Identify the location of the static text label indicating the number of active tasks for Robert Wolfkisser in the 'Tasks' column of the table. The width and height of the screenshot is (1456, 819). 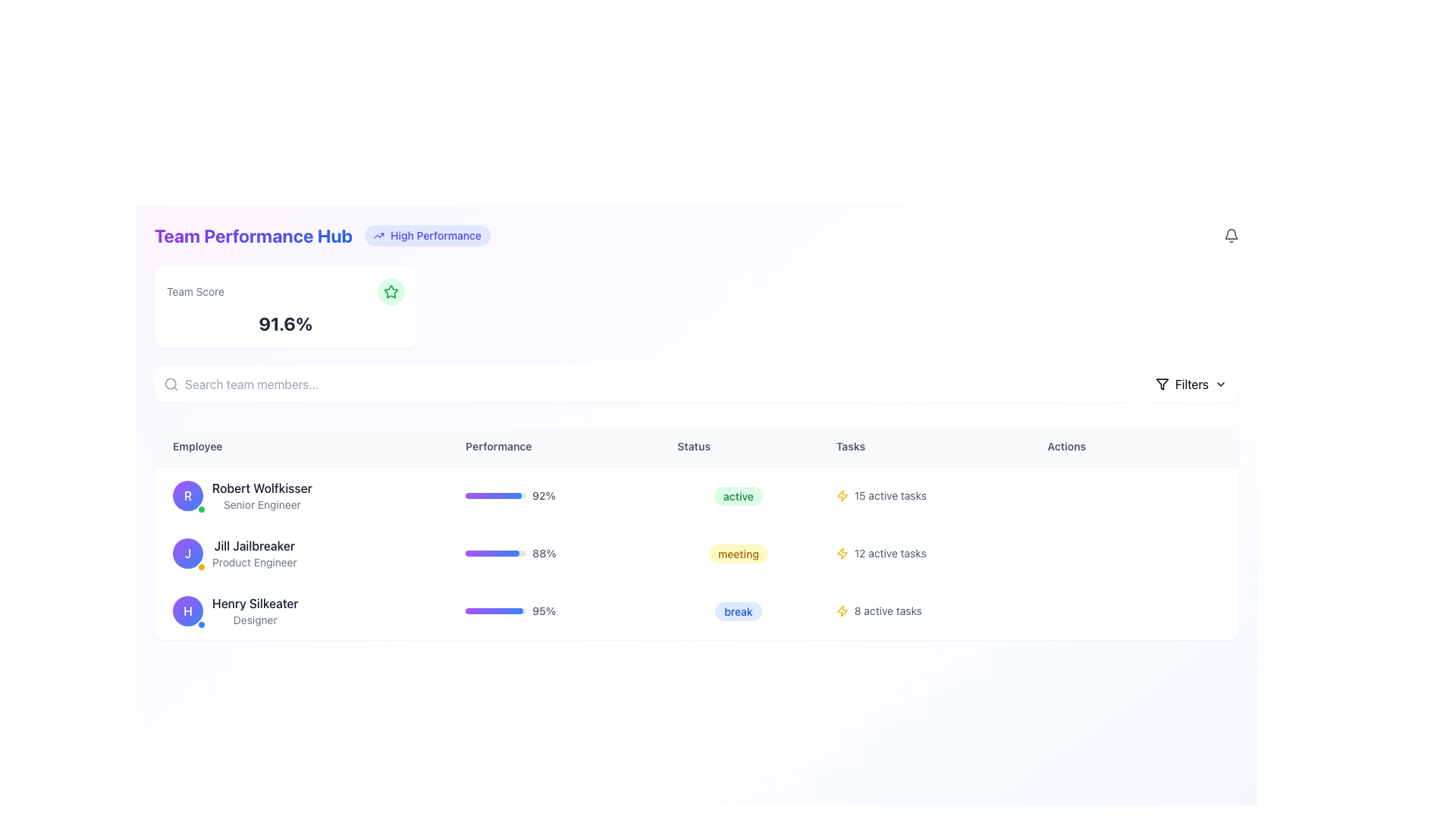
(890, 496).